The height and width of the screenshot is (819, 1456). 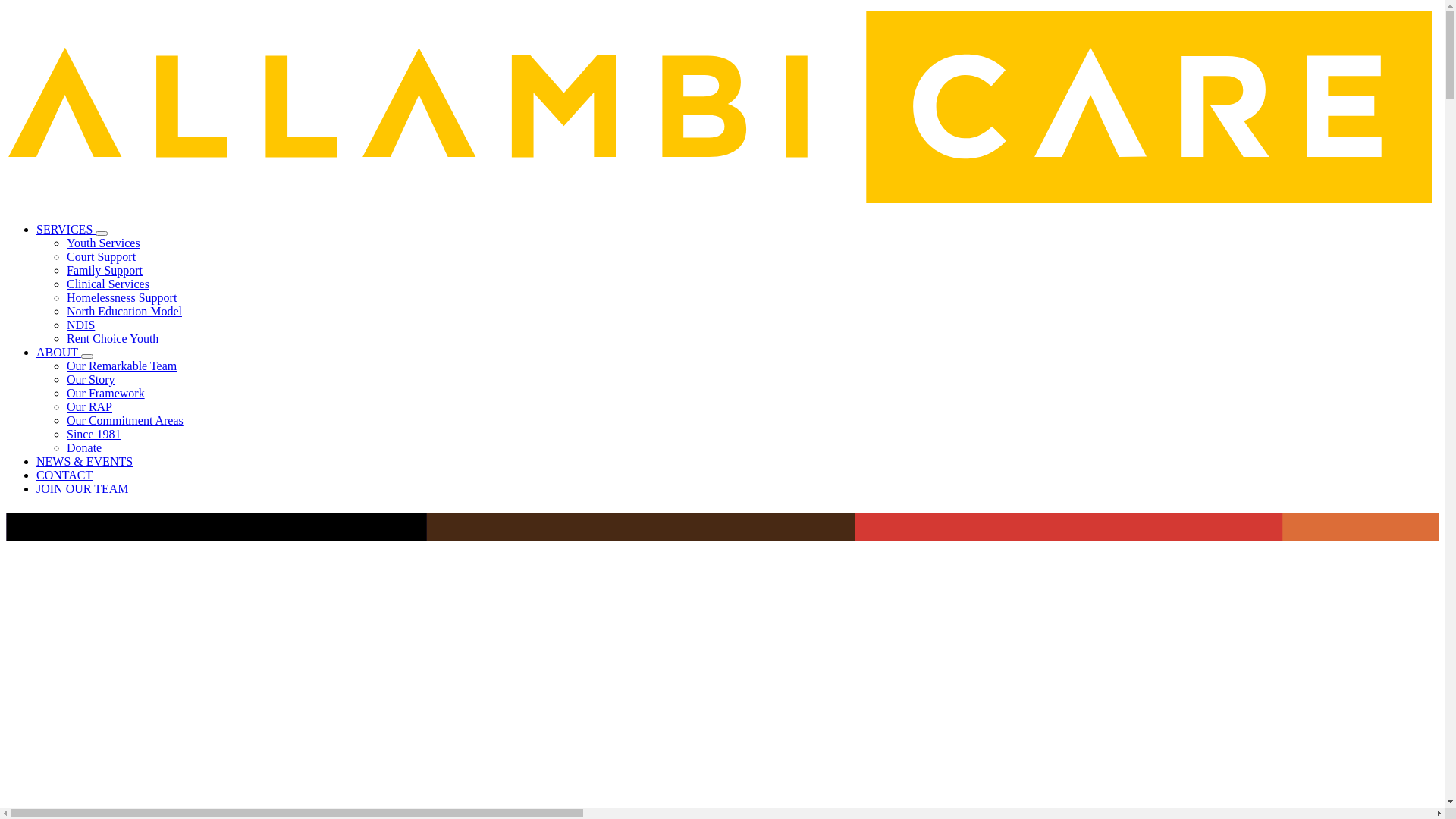 I want to click on 'Rent Choice Youth', so click(x=111, y=337).